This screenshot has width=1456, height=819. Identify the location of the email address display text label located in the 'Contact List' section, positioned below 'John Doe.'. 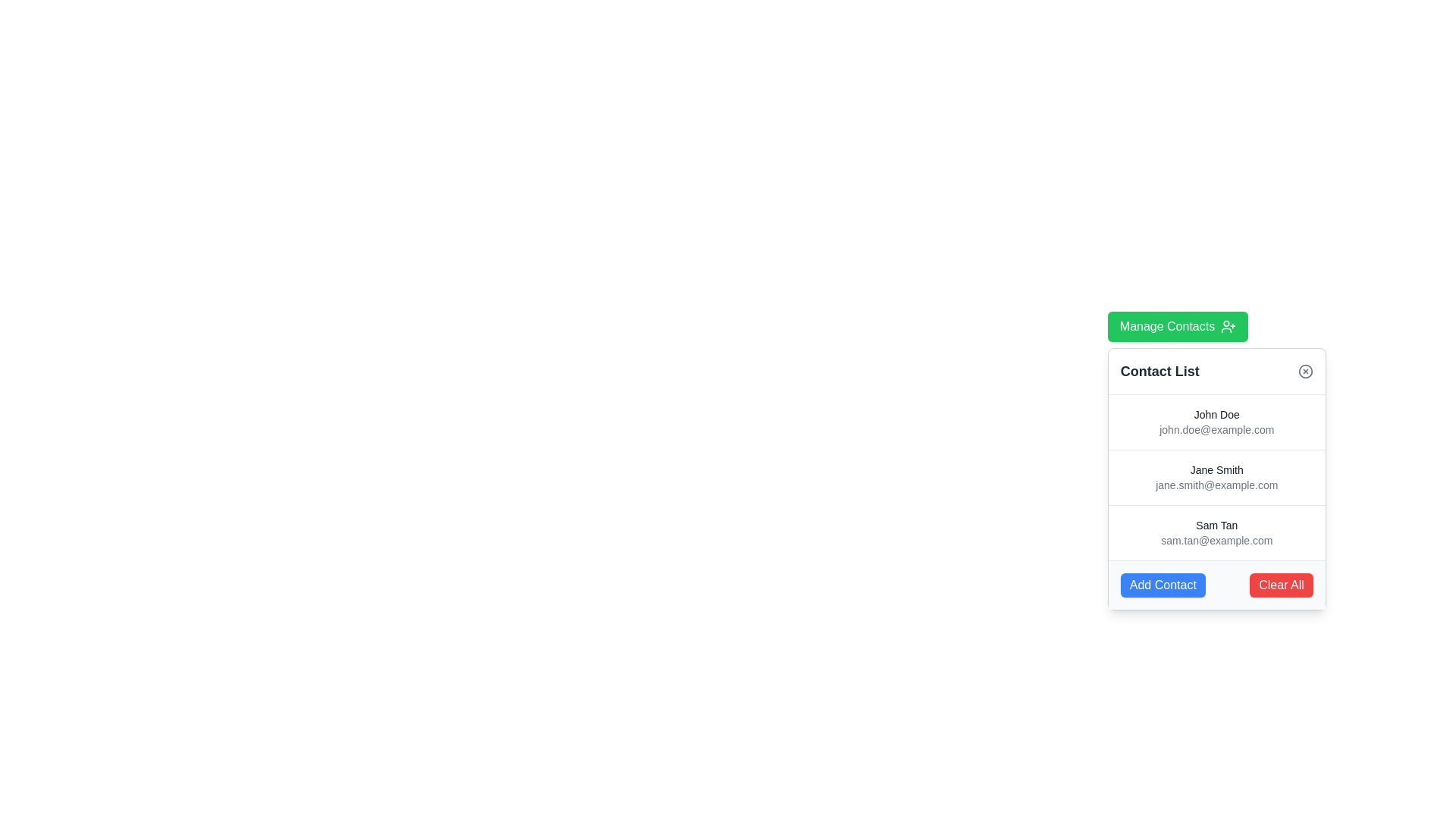
(1216, 430).